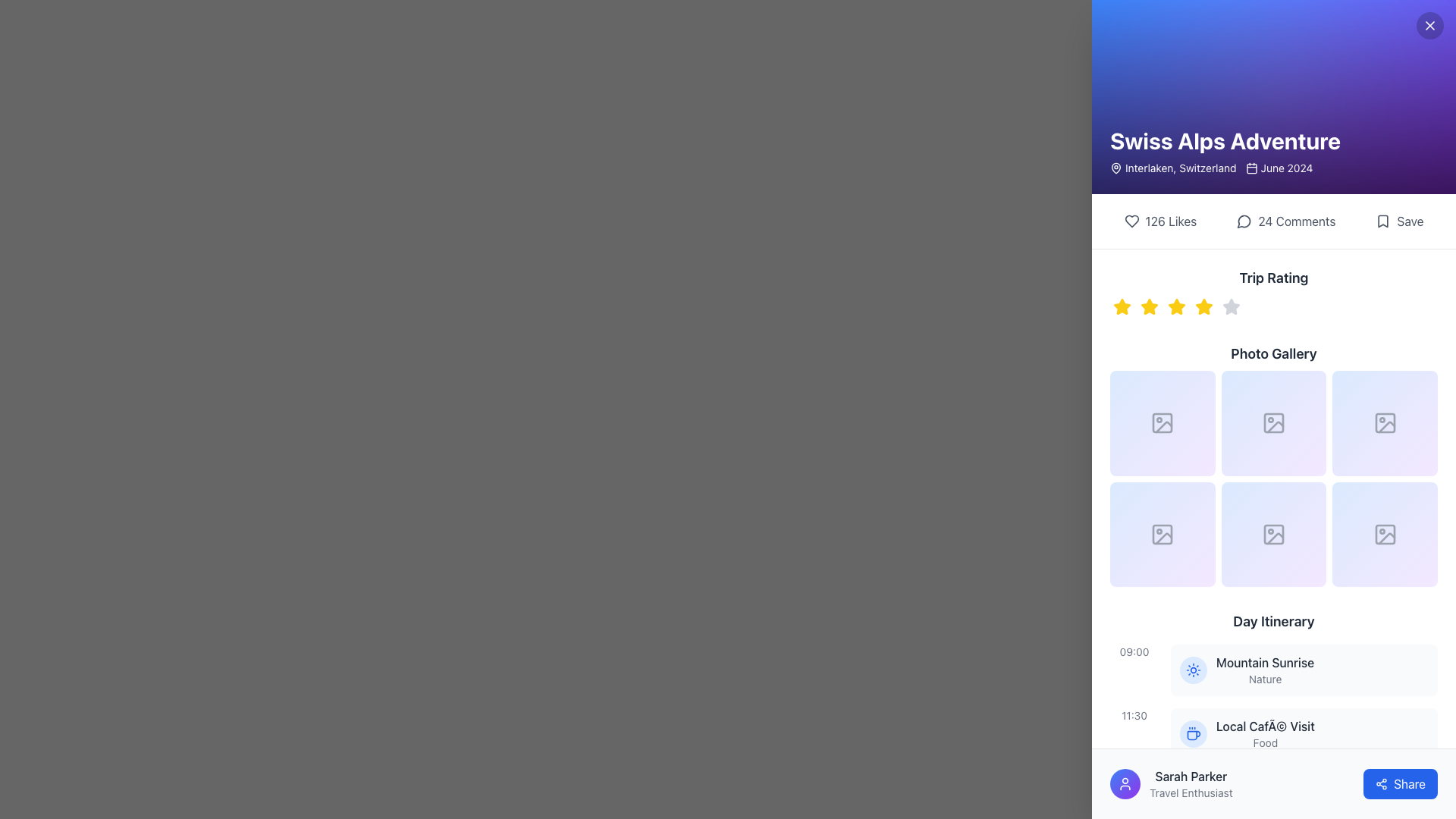 This screenshot has width=1456, height=819. I want to click on the gray photo placeholder icon in the second row and third column of the photo gallery grid, so click(1274, 423).